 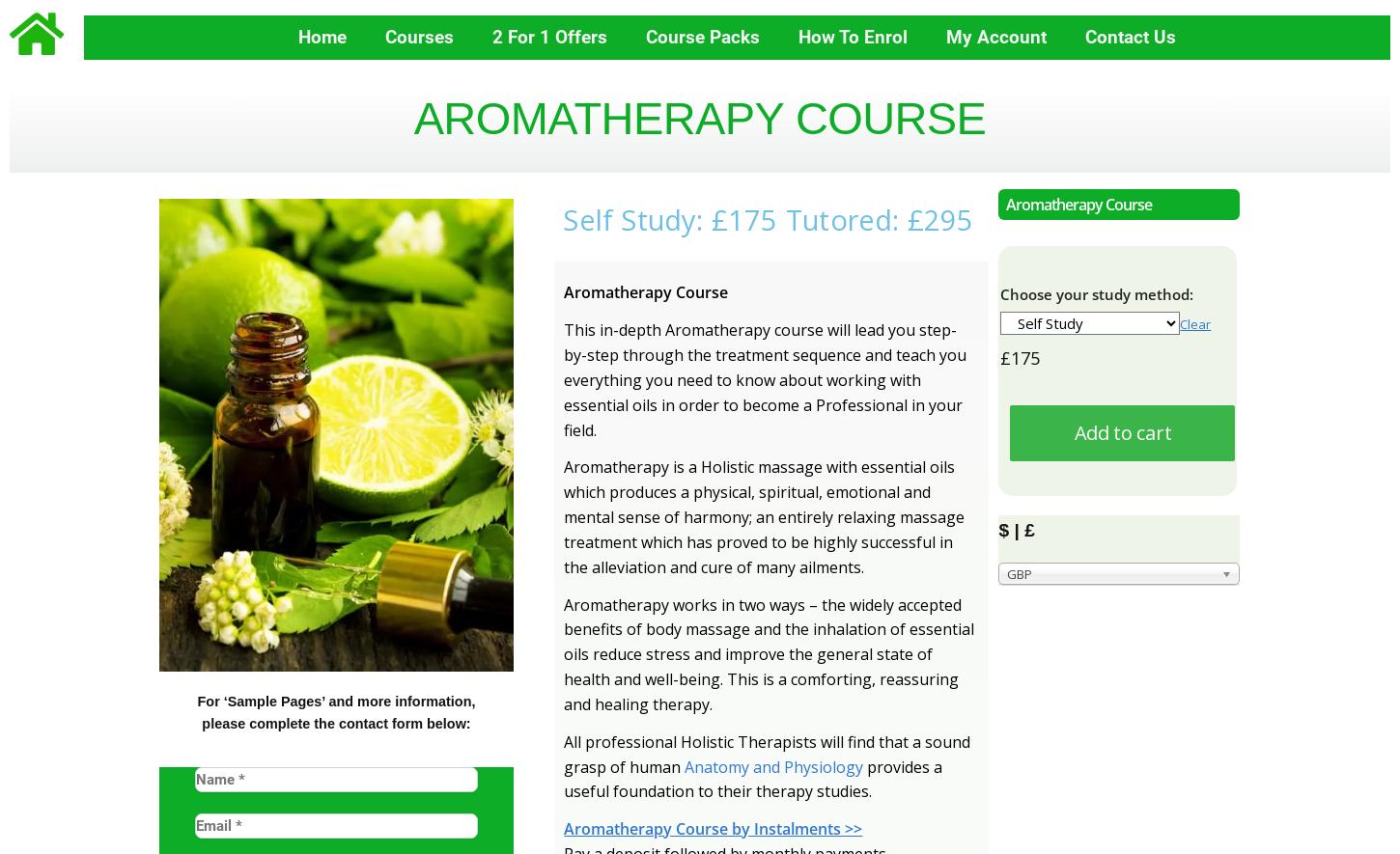 I want to click on 'My Account', so click(x=994, y=36).